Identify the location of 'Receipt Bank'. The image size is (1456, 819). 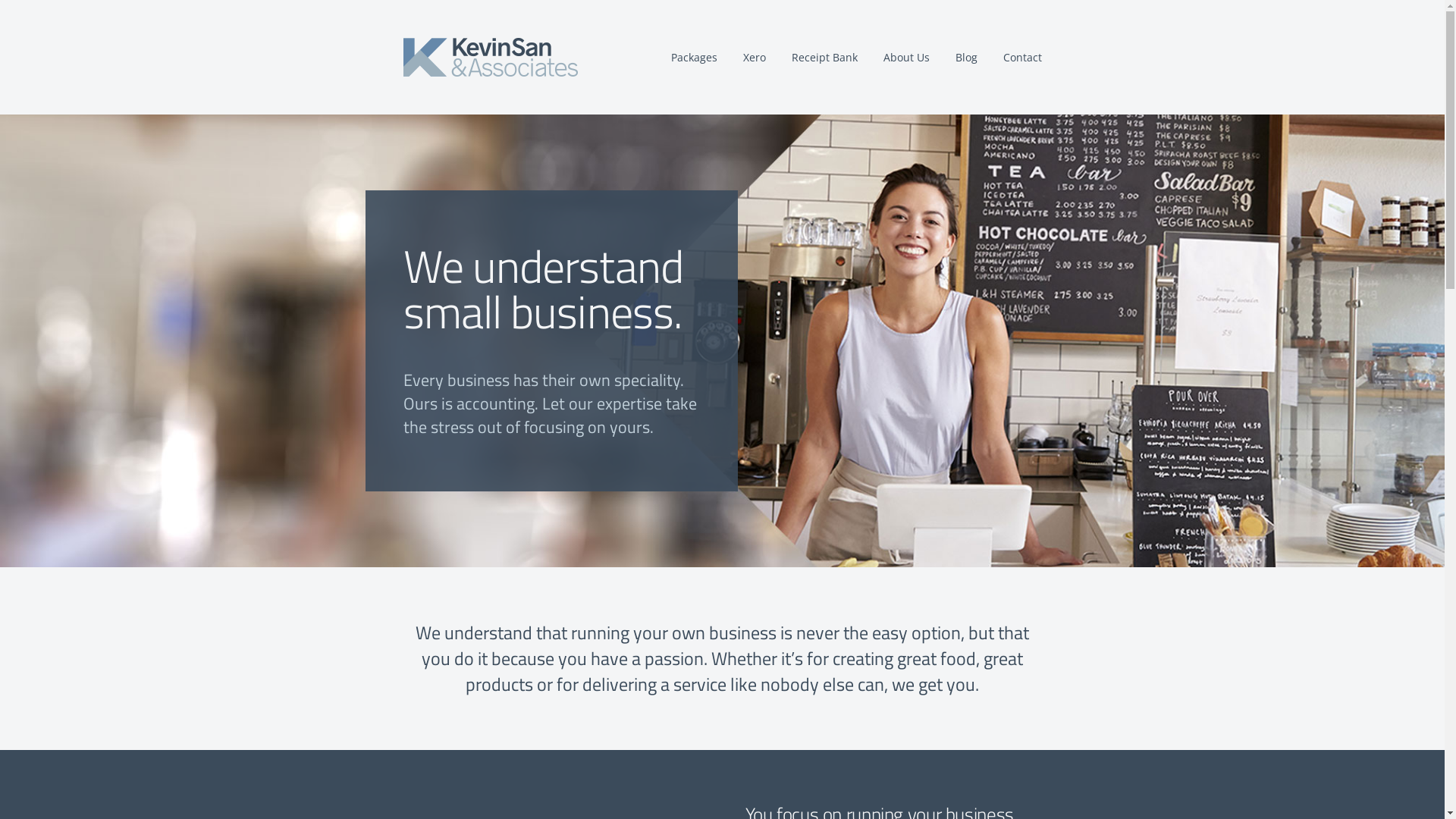
(824, 56).